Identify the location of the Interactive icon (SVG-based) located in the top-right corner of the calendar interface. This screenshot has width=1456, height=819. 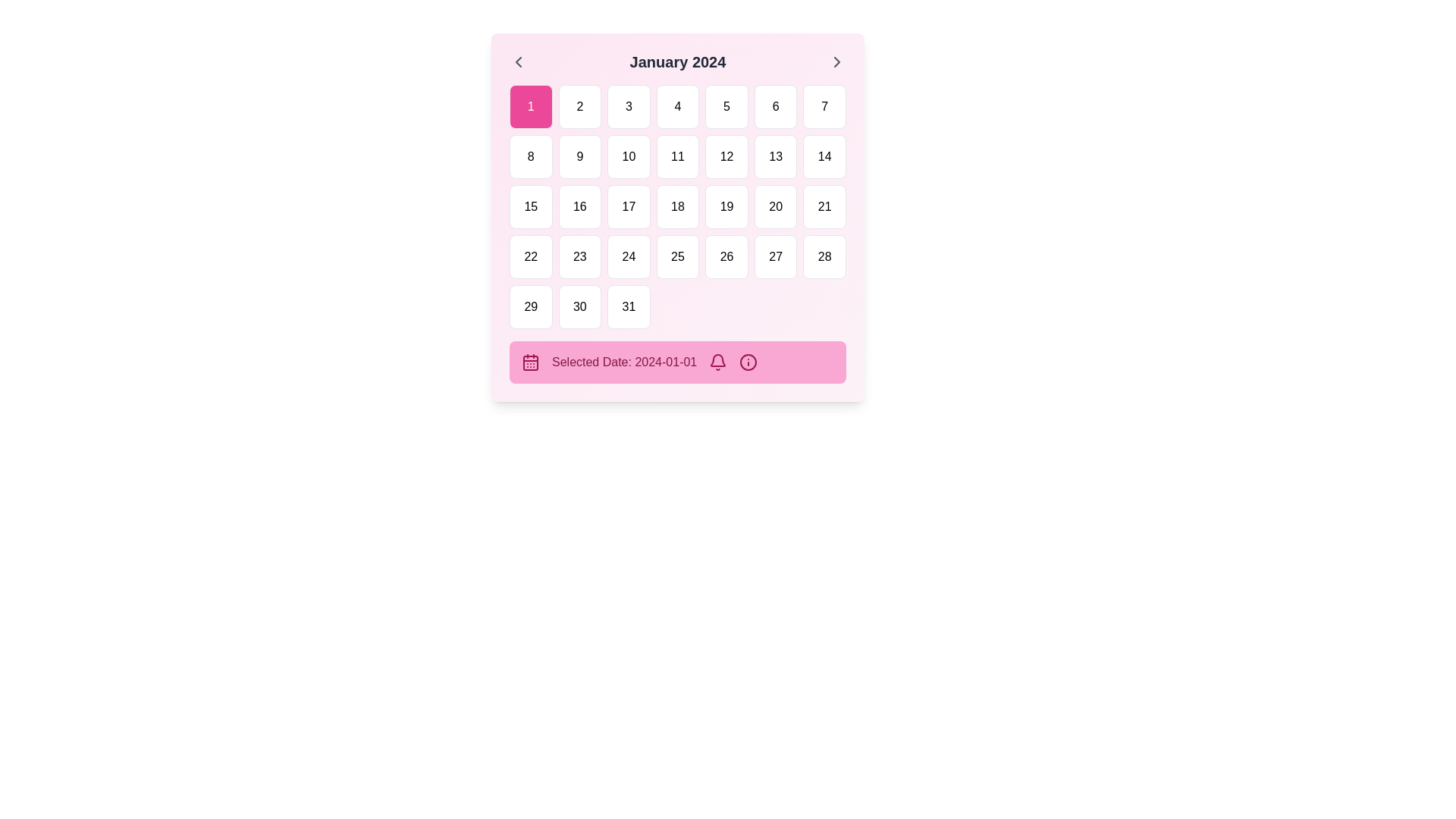
(836, 61).